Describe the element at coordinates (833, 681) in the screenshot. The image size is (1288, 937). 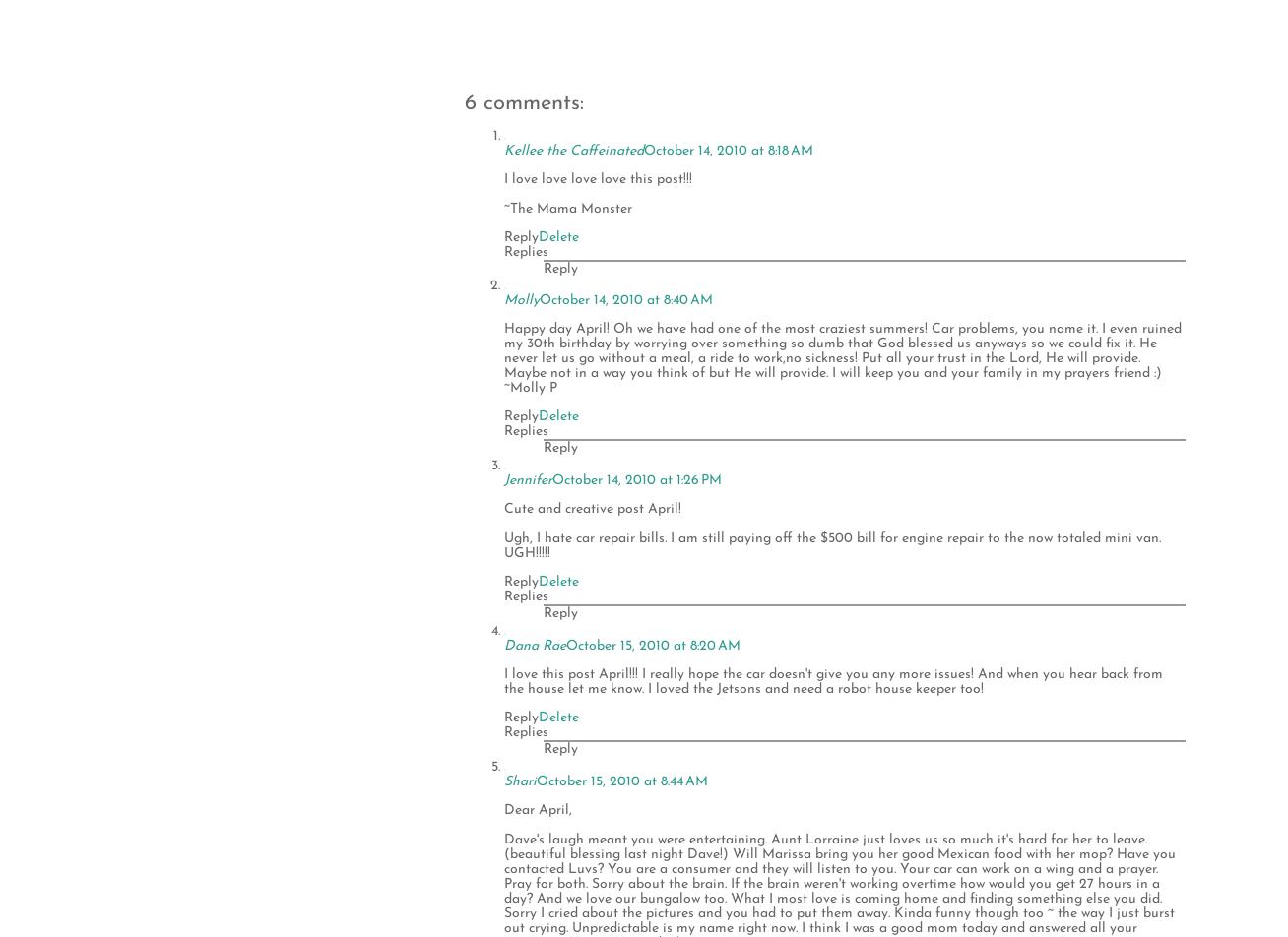
I see `'I love this post April!!! I really hope the car doesn't give you any more issues! And when you hear back from the house let me know. I loved the Jetsons and need a robot house keeper too!'` at that location.